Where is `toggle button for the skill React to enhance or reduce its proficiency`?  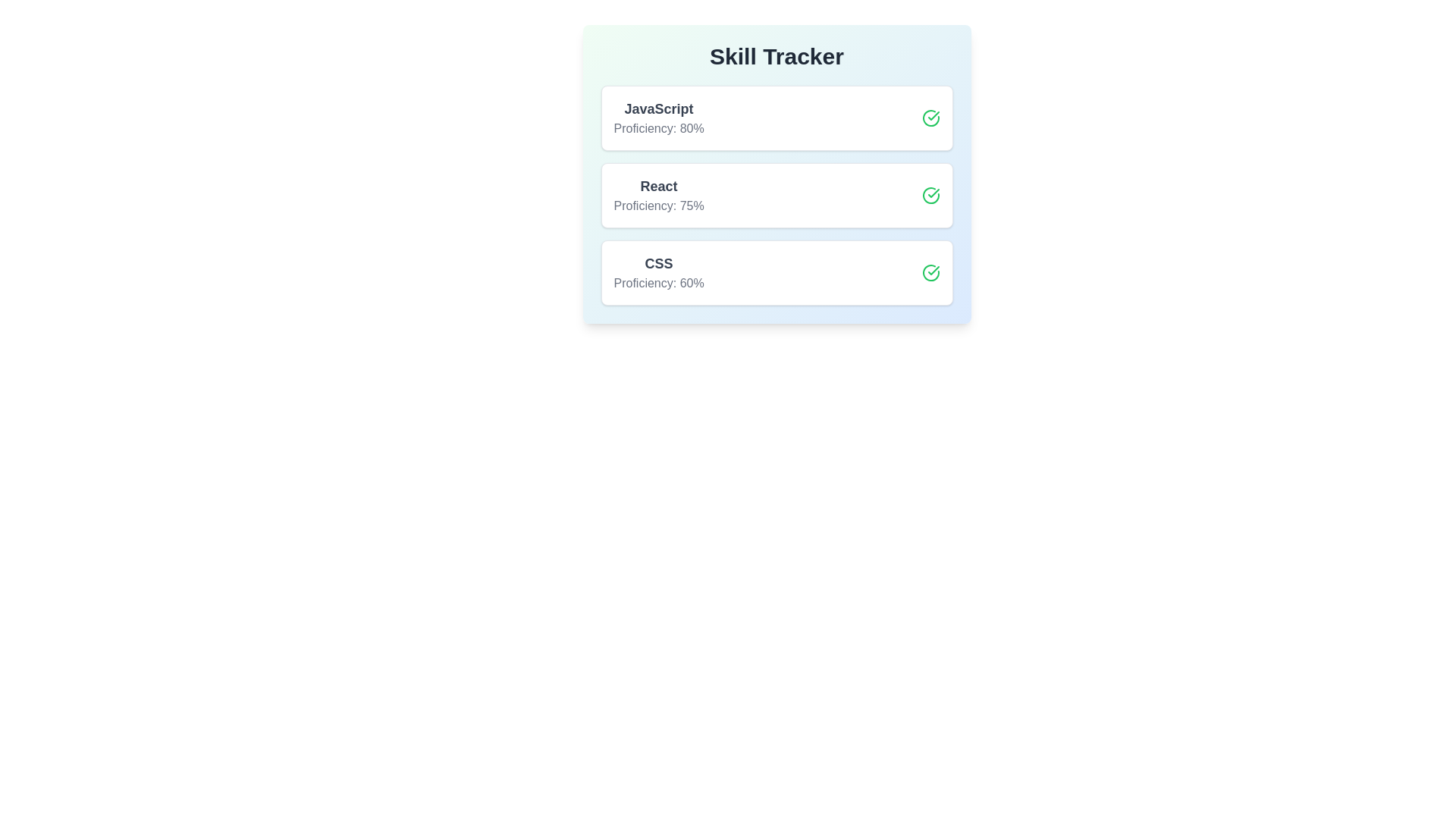
toggle button for the skill React to enhance or reduce its proficiency is located at coordinates (930, 195).